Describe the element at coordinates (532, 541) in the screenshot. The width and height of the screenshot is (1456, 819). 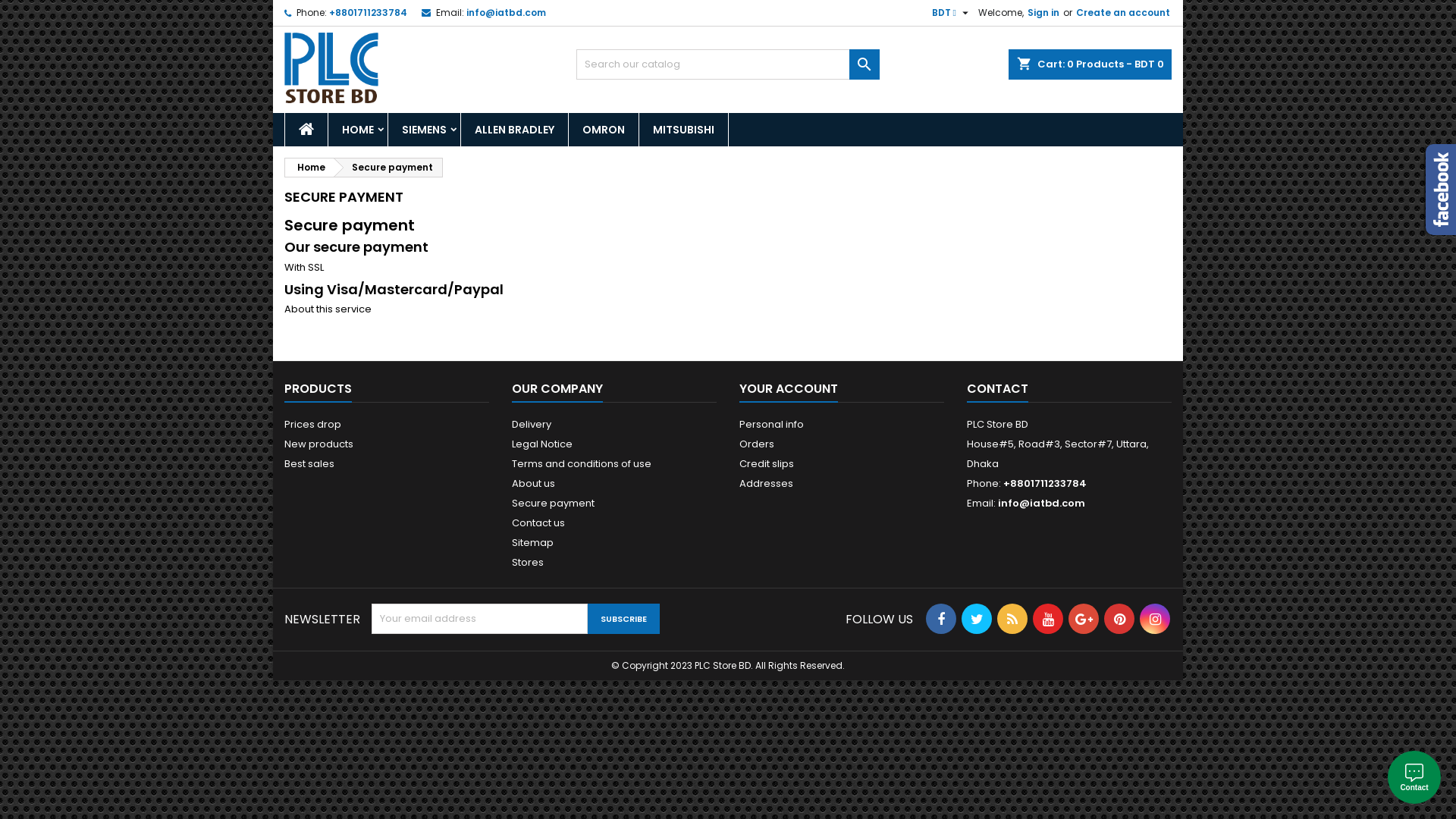
I see `'Sitemap'` at that location.